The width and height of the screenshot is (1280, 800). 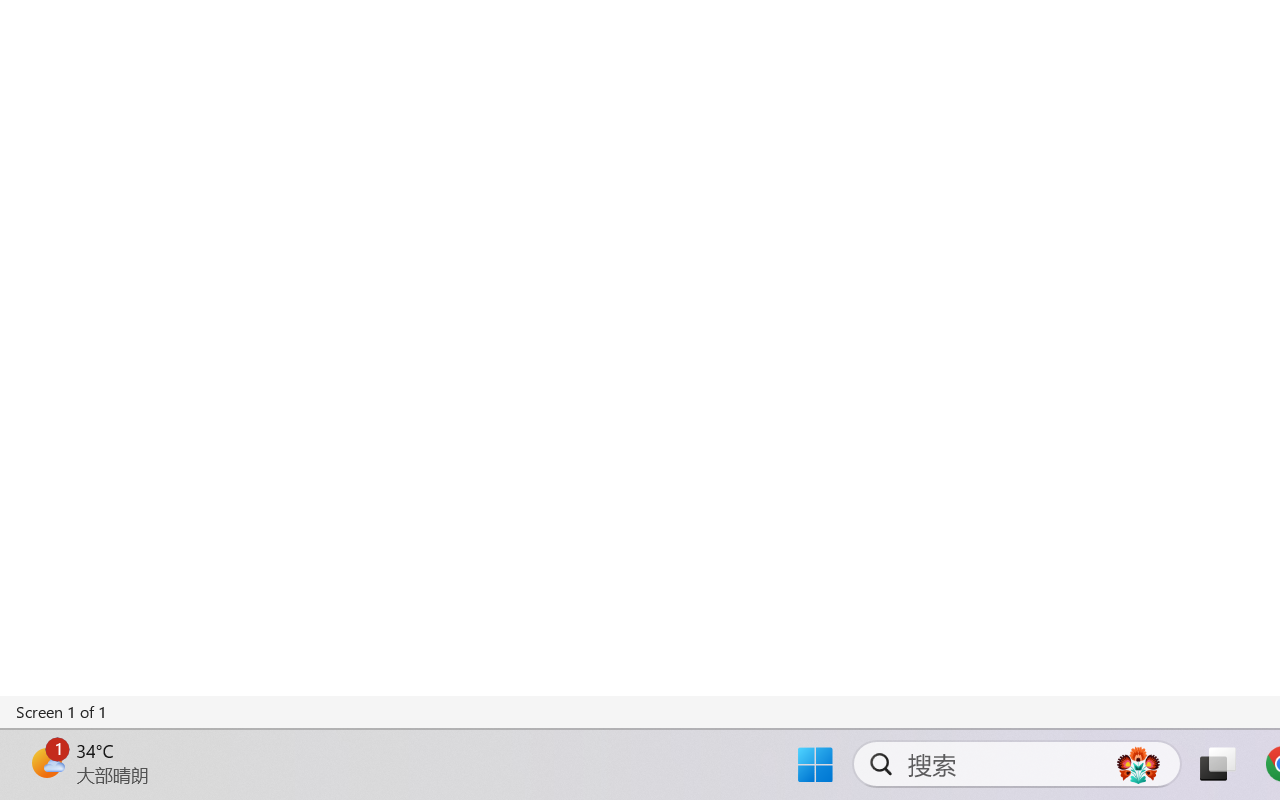 I want to click on 'AutomationID: BadgeAnchorLargeTicker', so click(x=46, y=762).